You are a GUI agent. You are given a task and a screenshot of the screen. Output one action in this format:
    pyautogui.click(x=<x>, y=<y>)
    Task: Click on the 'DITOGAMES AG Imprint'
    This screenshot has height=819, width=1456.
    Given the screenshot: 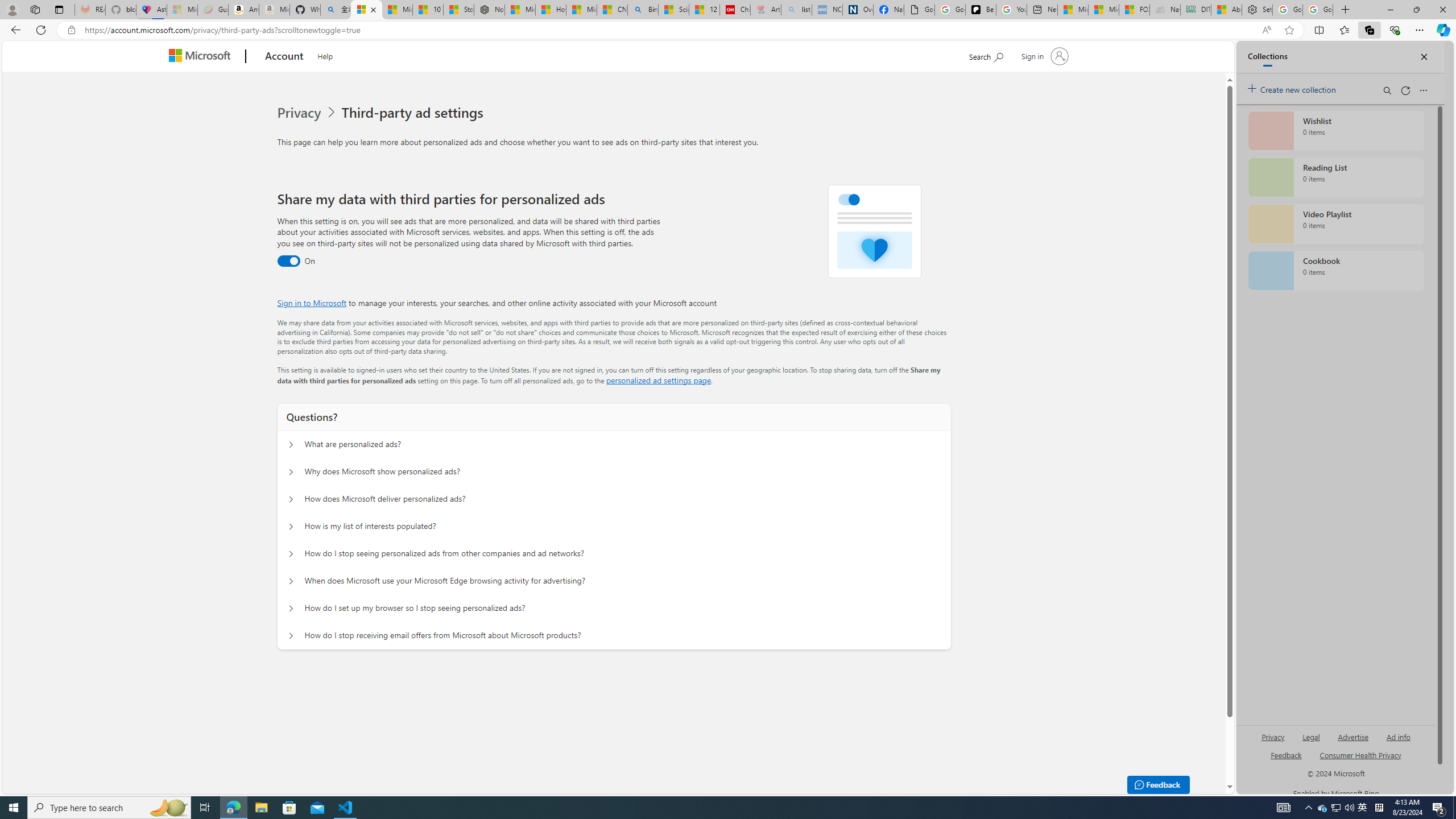 What is the action you would take?
    pyautogui.click(x=1194, y=9)
    